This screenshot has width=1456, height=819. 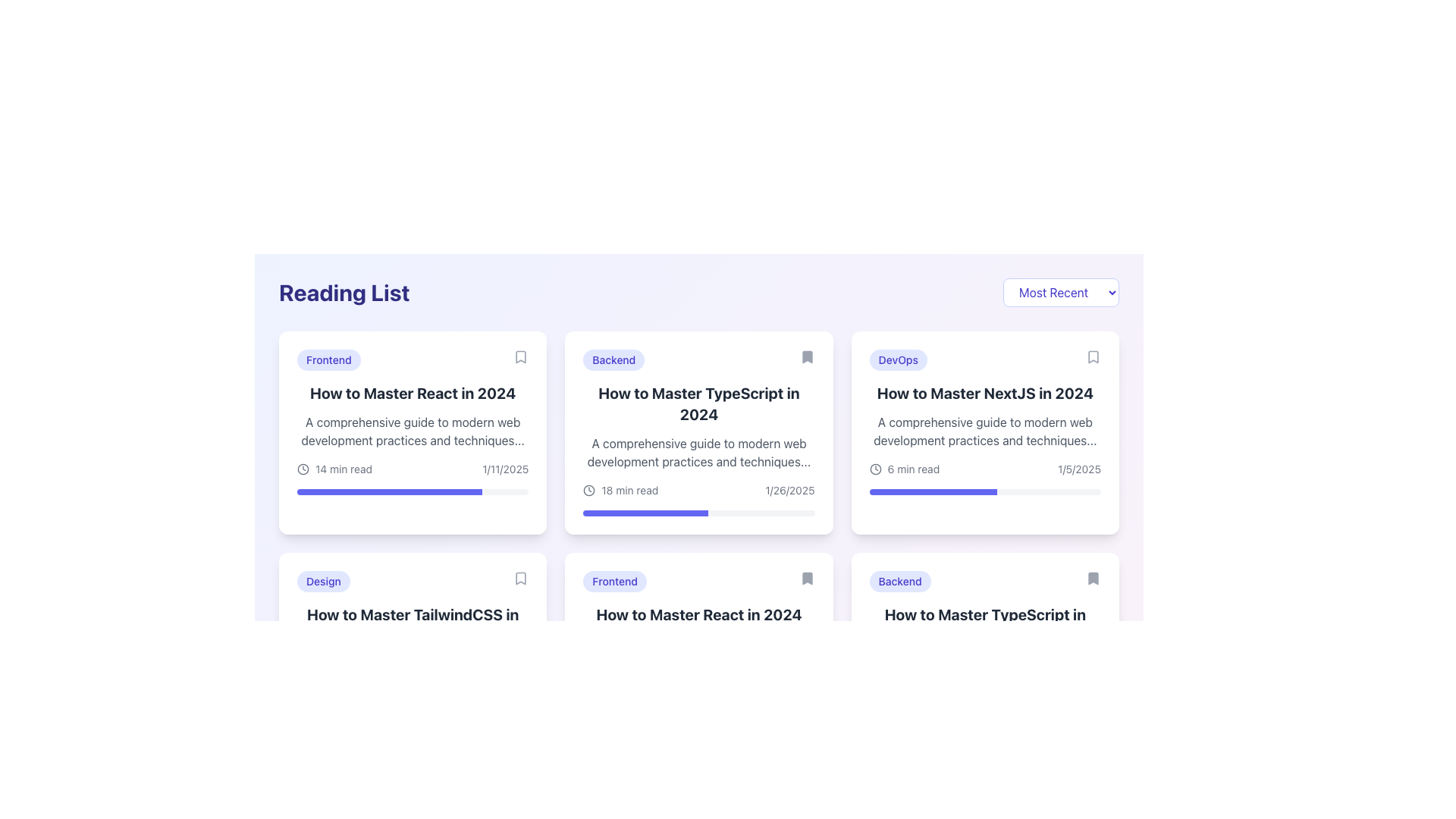 What do you see at coordinates (328, 359) in the screenshot?
I see `the category label indicating 'Frontend' located at the top-left corner of the first content card in the Reading List, above the title 'How to Master React in 2024'` at bounding box center [328, 359].